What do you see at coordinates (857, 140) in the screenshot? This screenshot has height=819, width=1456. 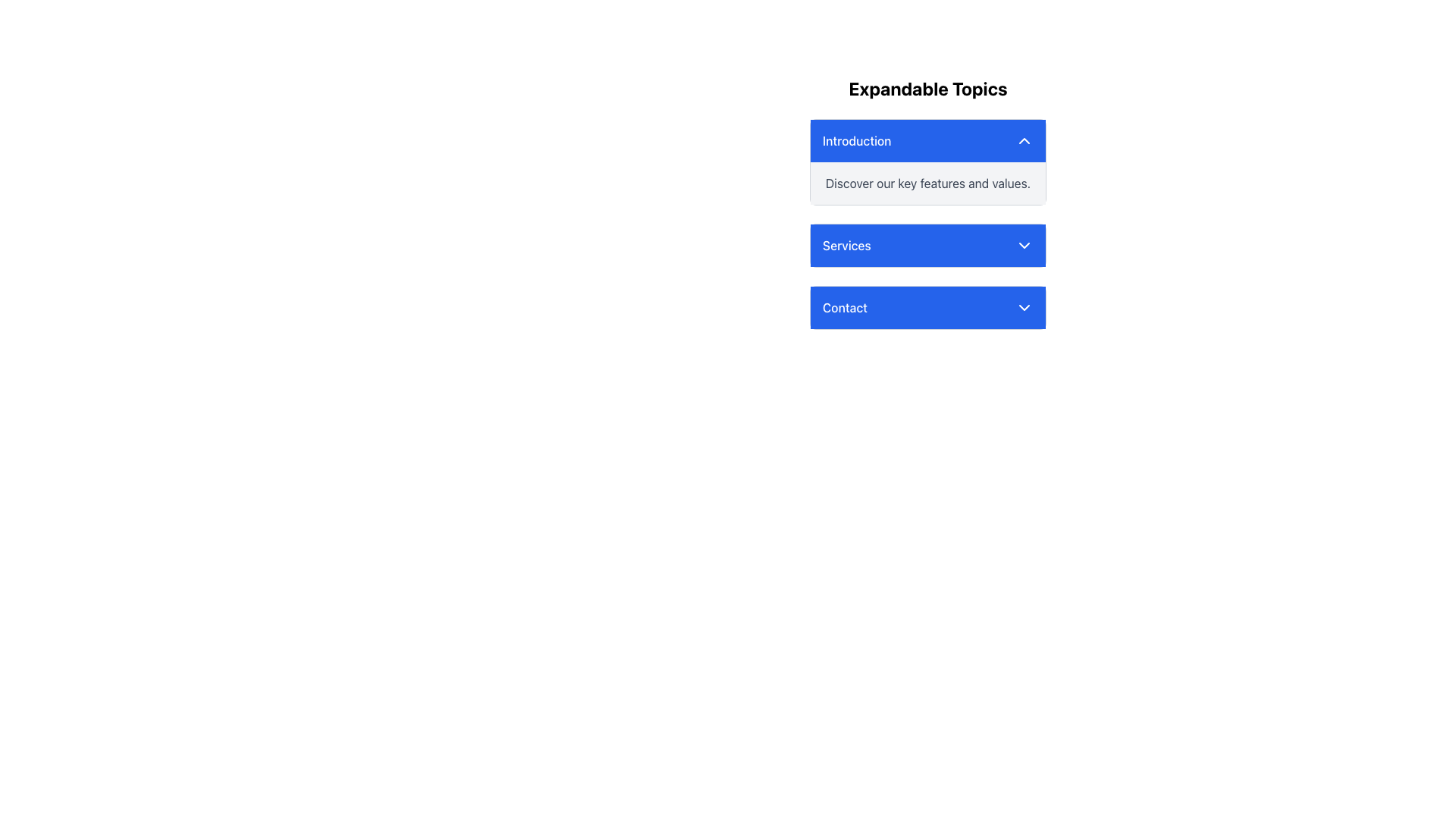 I see `the Text Label that serves as the title for the 'Introduction' expandable section, located to the left of the chevron icon` at bounding box center [857, 140].